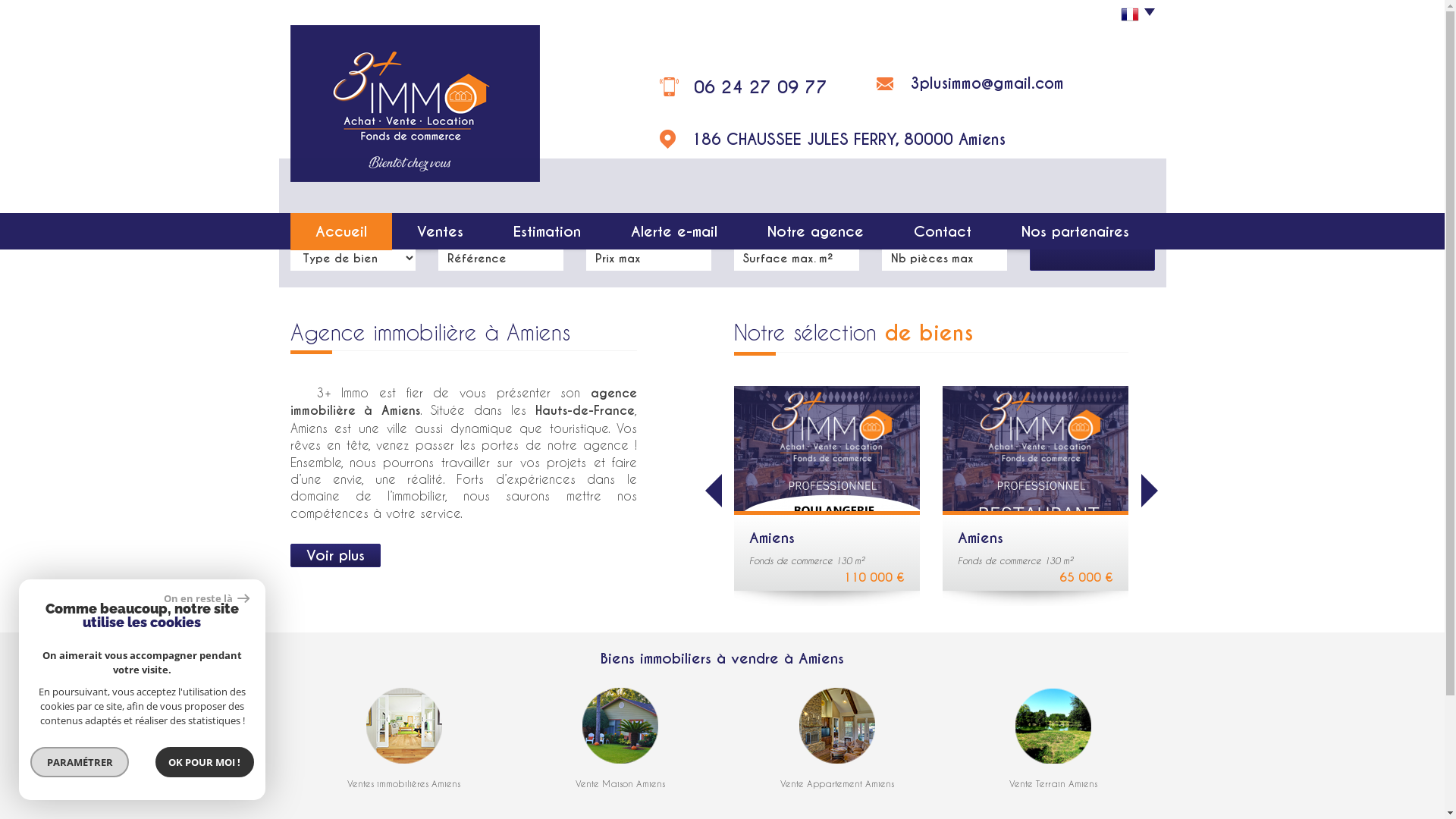  I want to click on 'OK POUR MOI !', so click(203, 762).